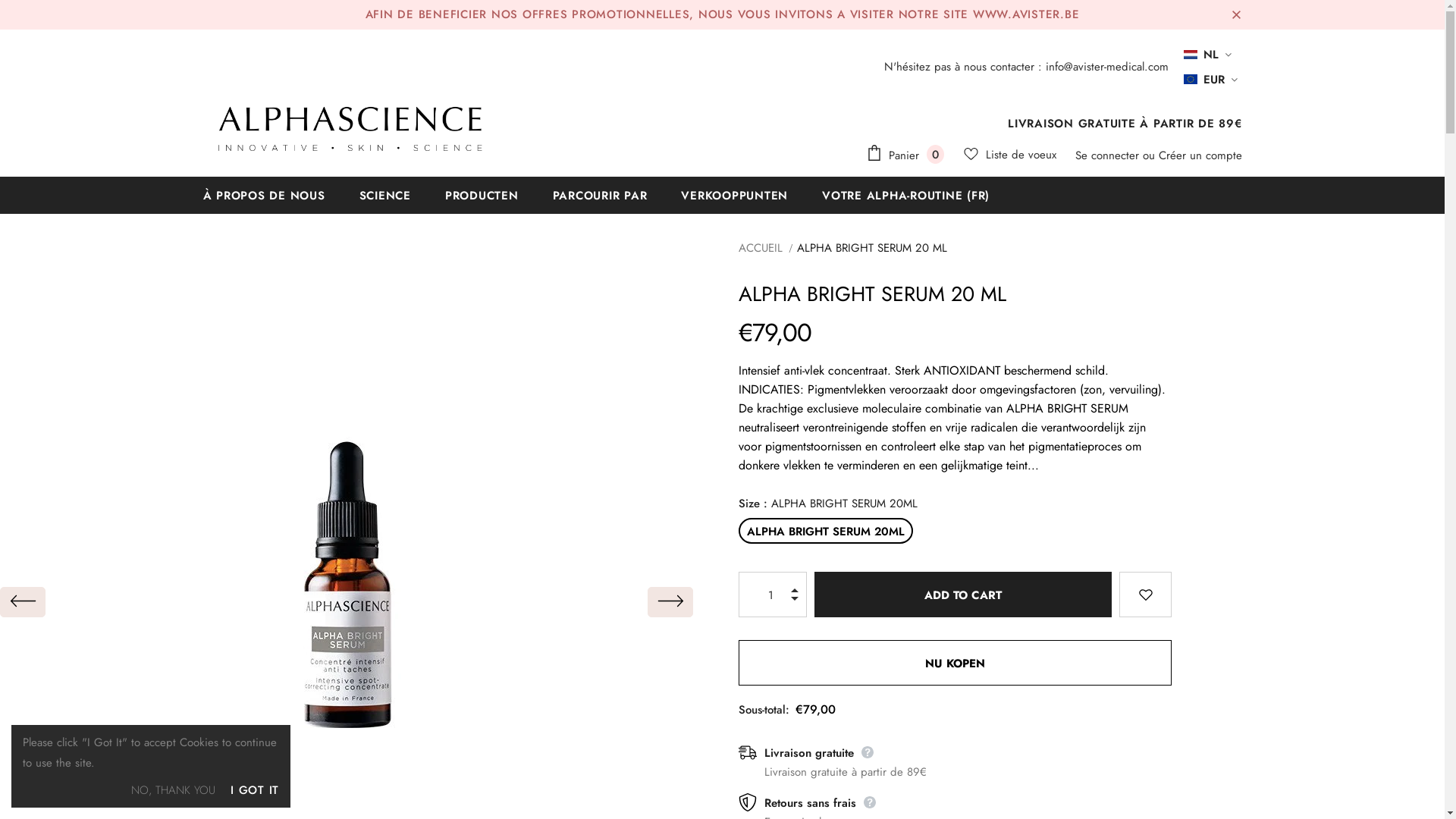  I want to click on 'Se connecter', so click(1109, 155).